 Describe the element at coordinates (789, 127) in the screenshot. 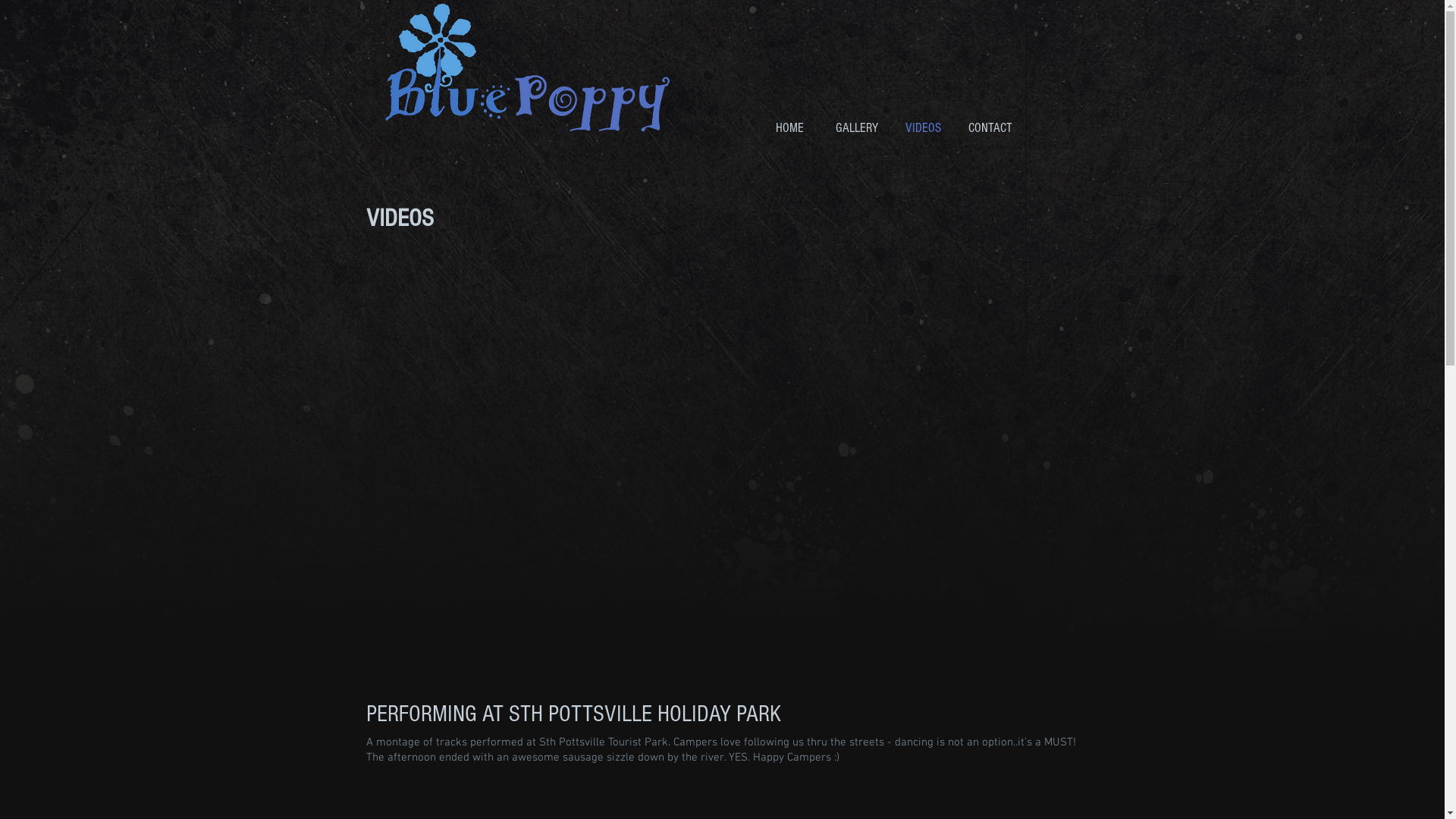

I see `'HOME'` at that location.